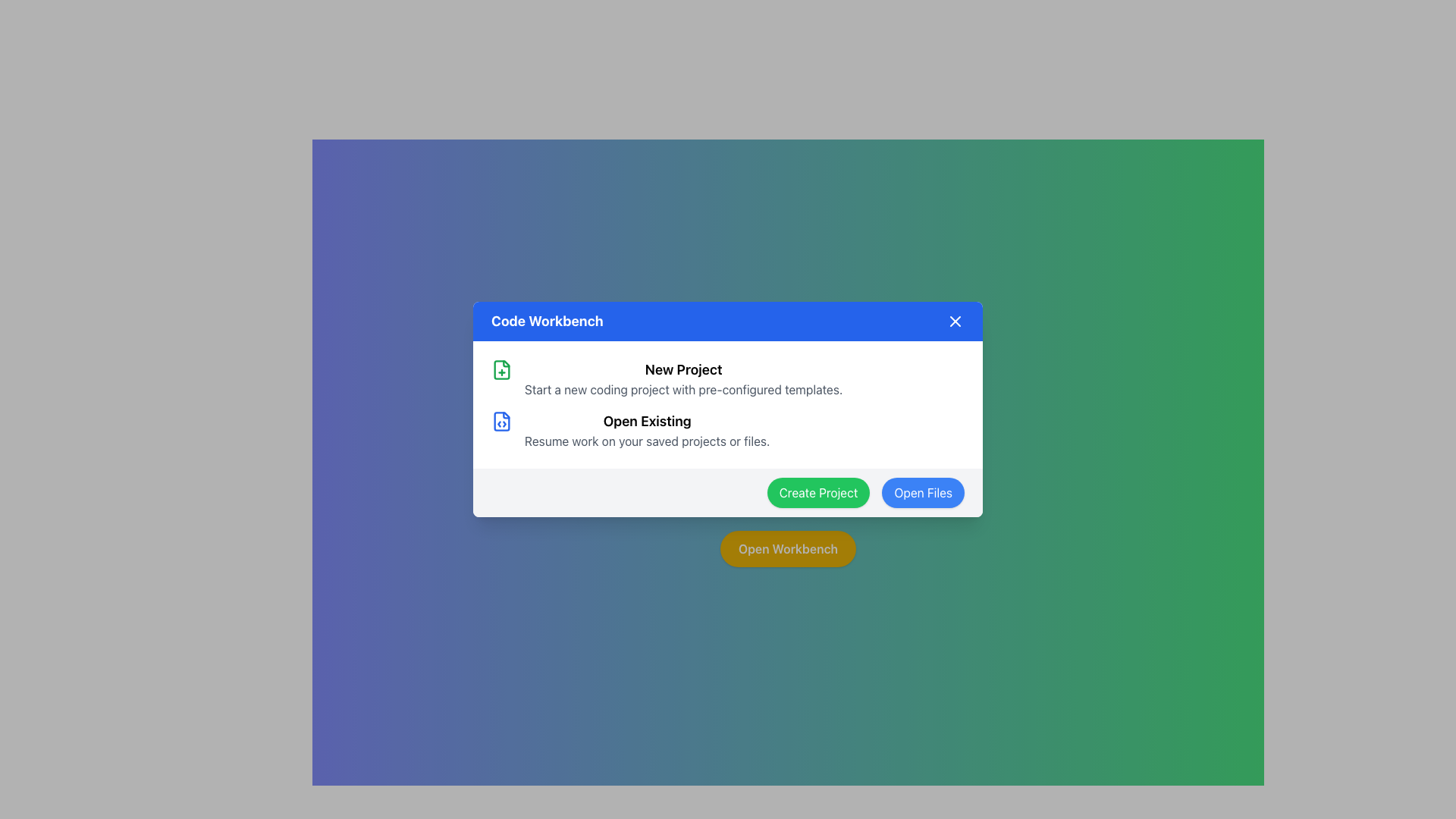 The width and height of the screenshot is (1456, 819). What do you see at coordinates (728, 430) in the screenshot?
I see `the clickable item labeled 'Open Existing' with an icon and text description` at bounding box center [728, 430].